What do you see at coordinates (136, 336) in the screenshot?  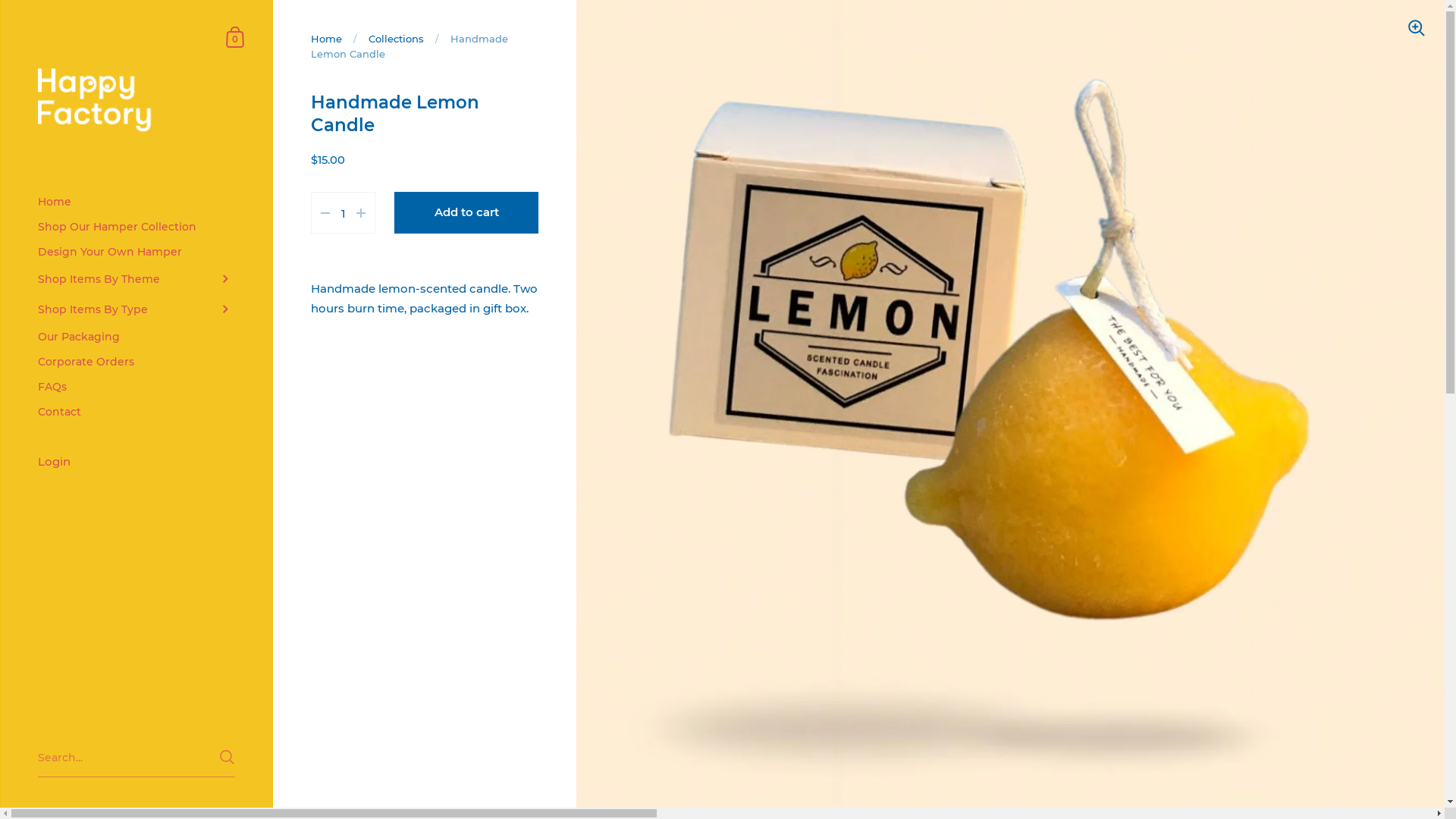 I see `'Our Packaging'` at bounding box center [136, 336].